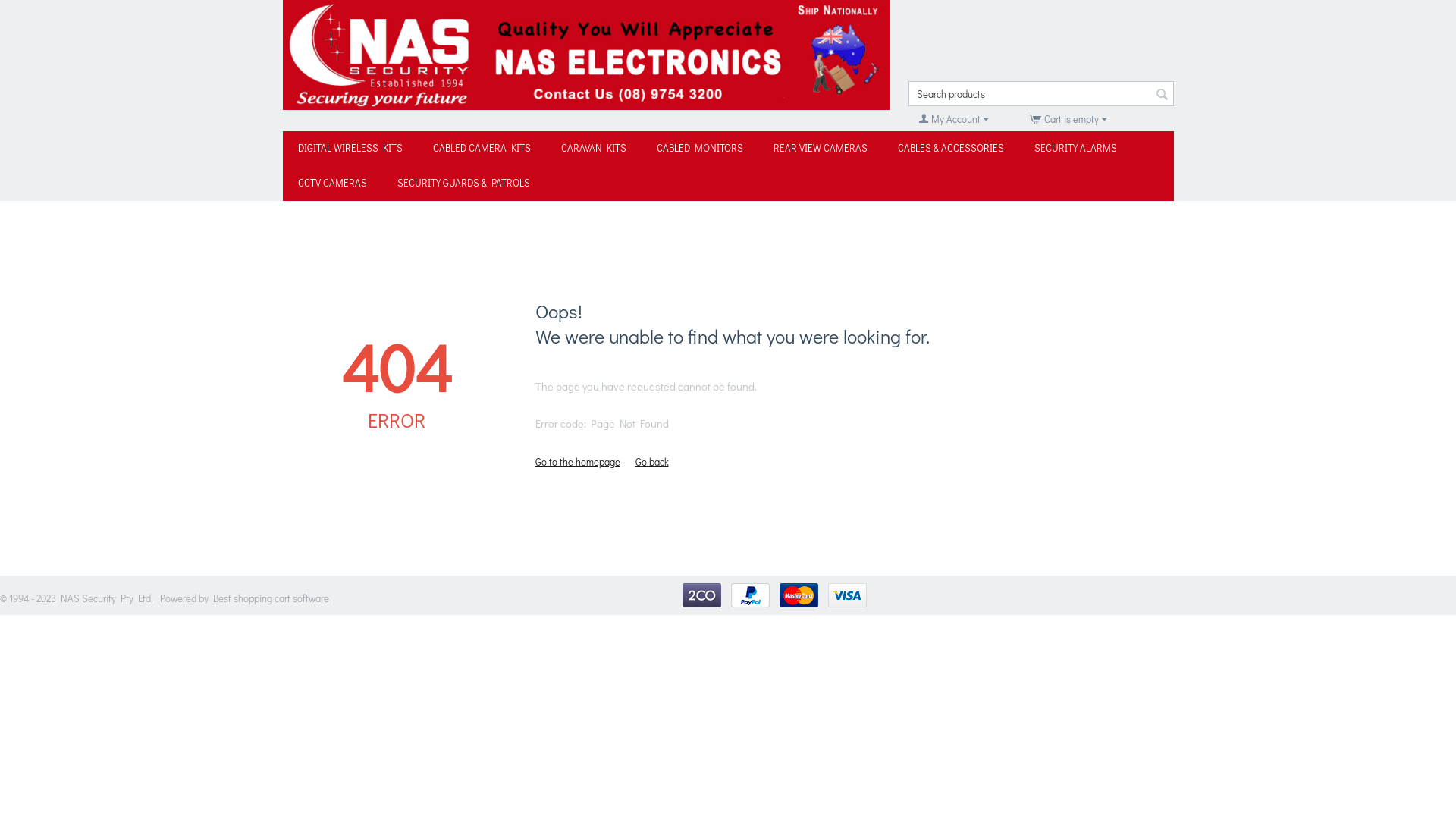  I want to click on 'Go back', so click(651, 460).